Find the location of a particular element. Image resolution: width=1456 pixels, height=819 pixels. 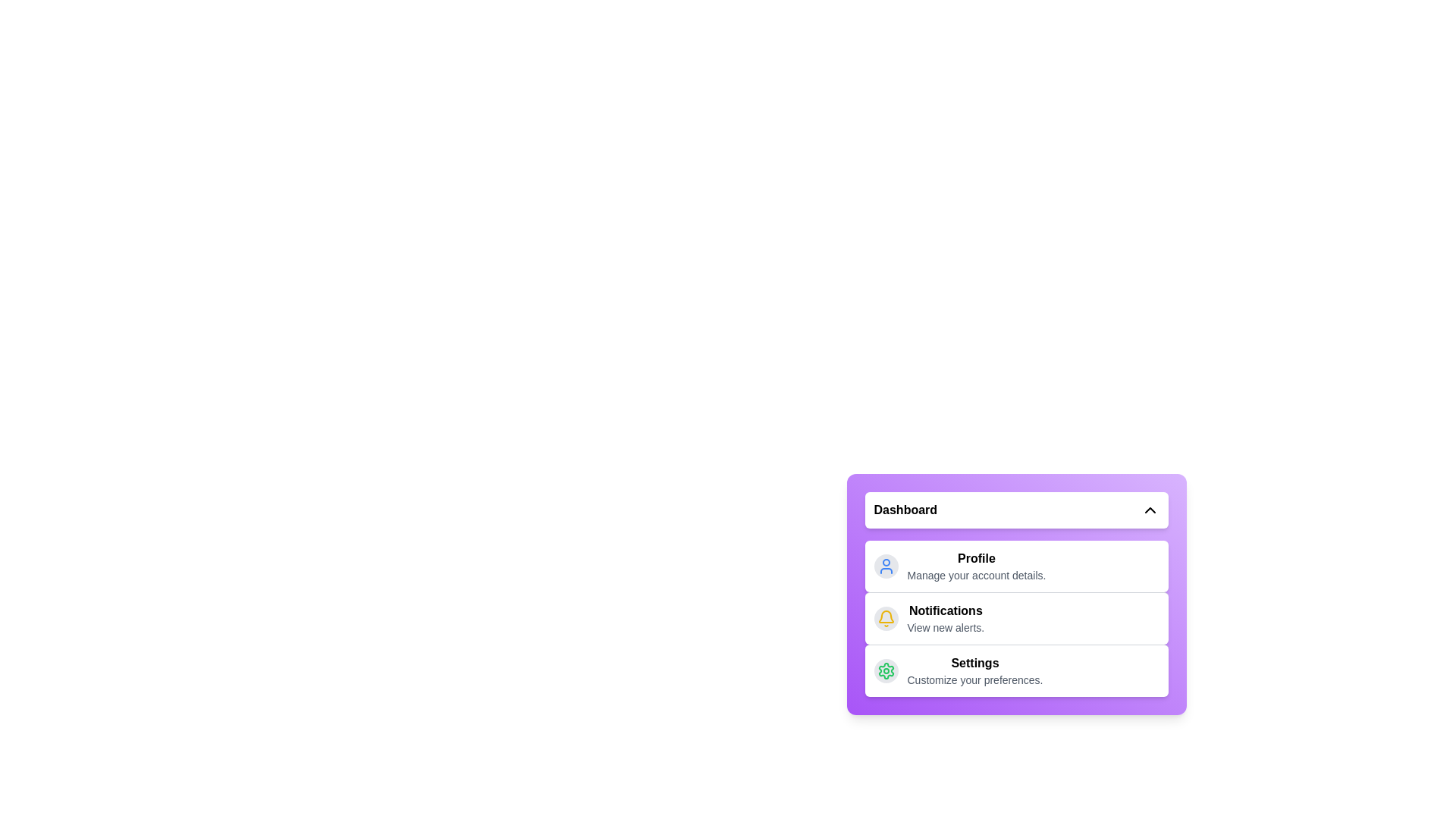

the menu item Profile to view its hover effect is located at coordinates (1016, 566).